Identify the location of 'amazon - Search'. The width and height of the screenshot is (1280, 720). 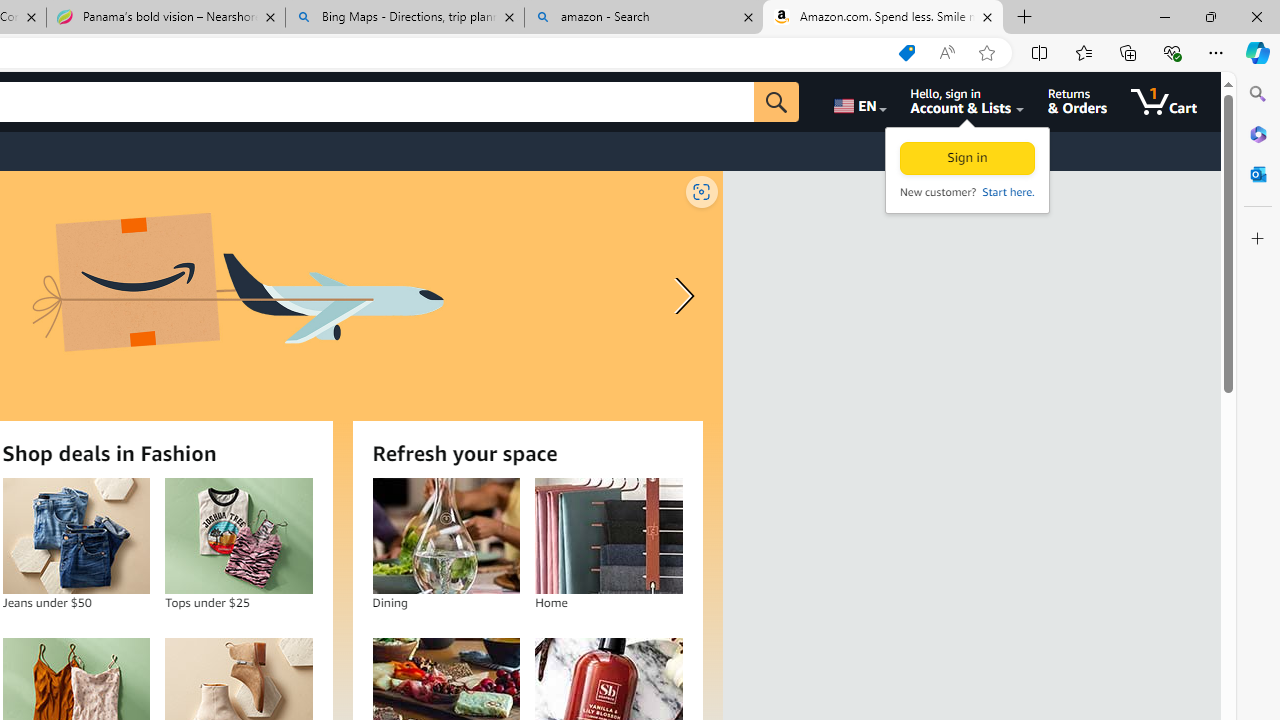
(643, 17).